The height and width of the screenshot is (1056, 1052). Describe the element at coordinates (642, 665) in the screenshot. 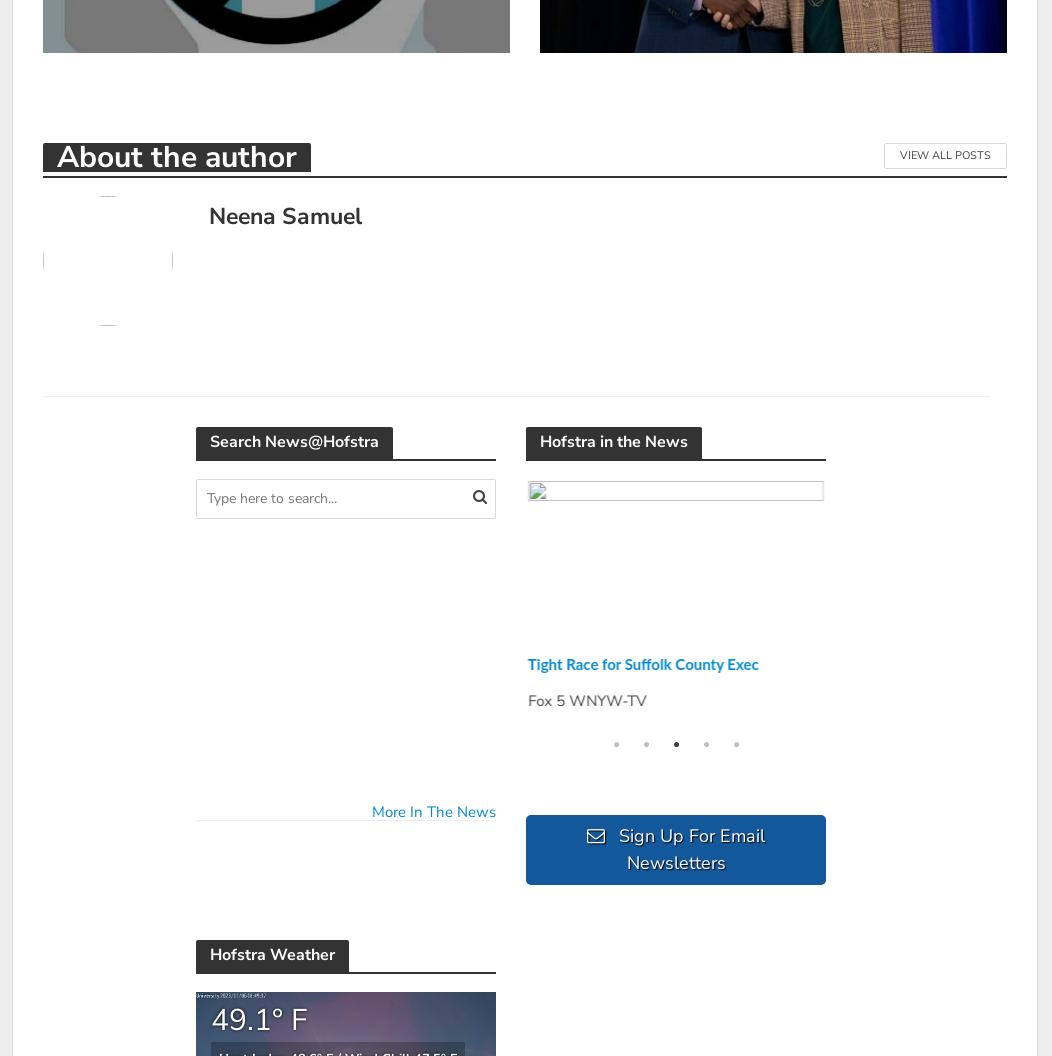

I see `'Tight Race for Suffolk County Exec'` at that location.